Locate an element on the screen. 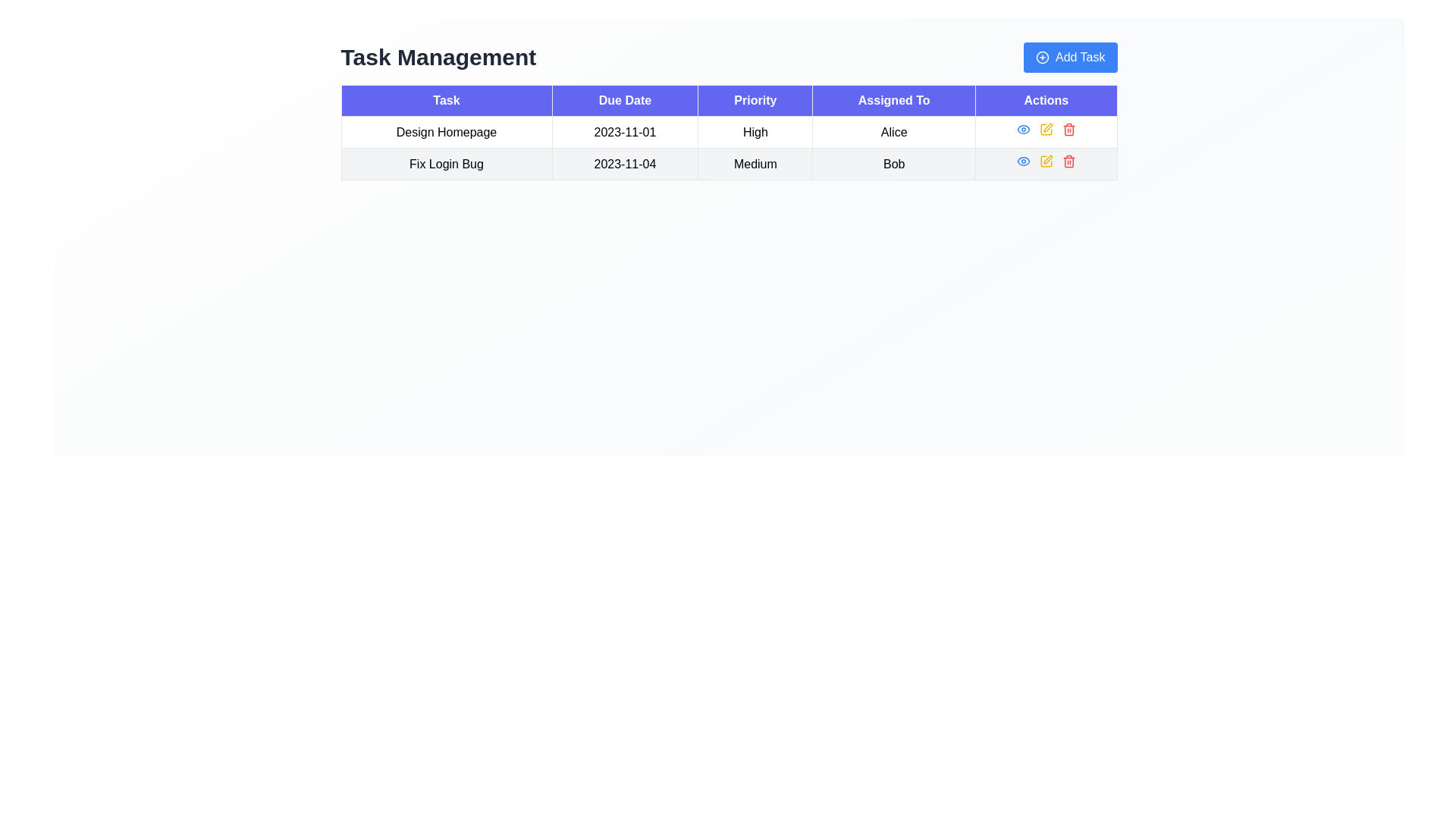  the text label within the first cell of the first row under the 'Task' header in the table is located at coordinates (446, 131).